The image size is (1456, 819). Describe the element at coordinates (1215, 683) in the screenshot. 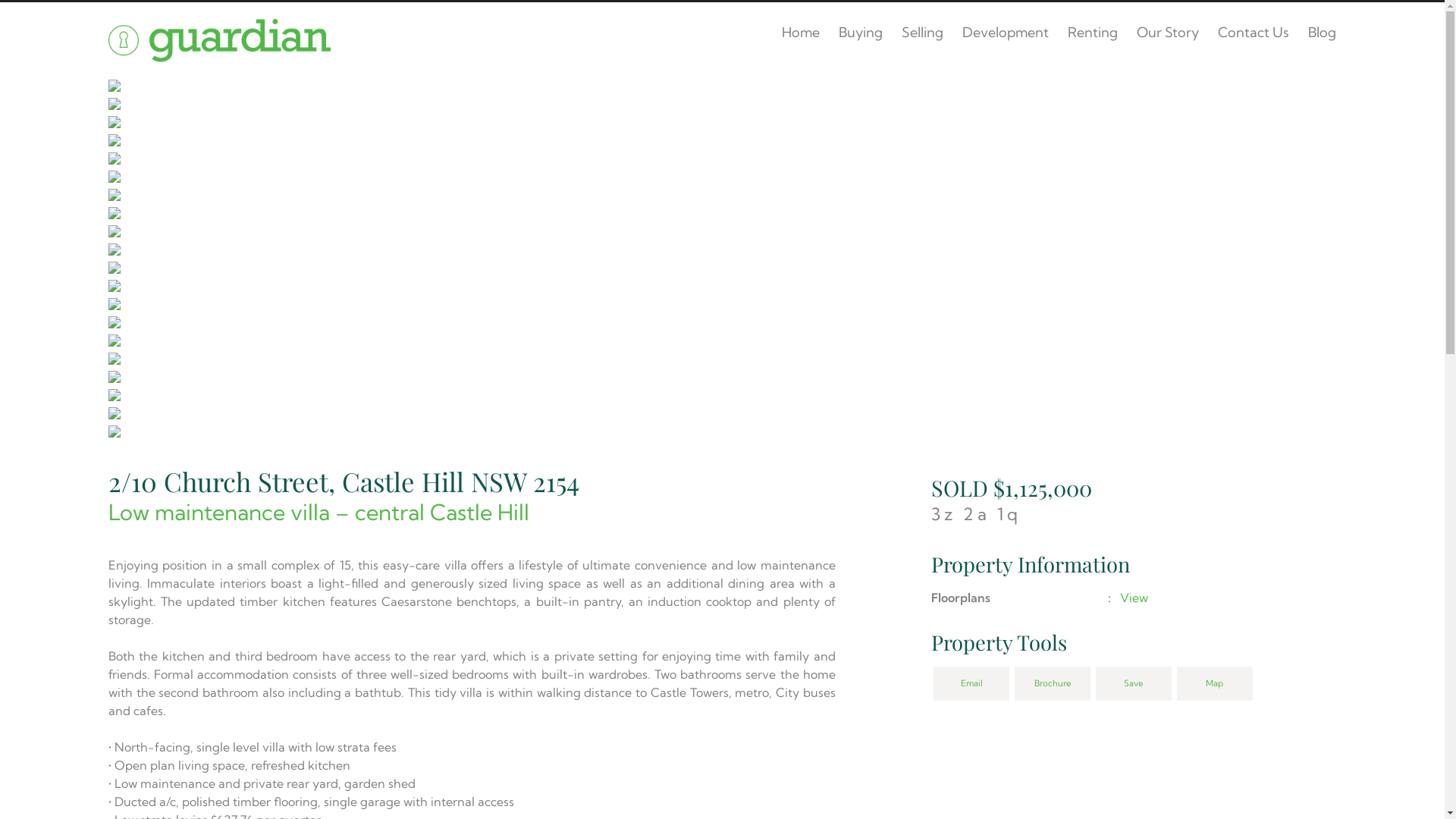

I see `'Map'` at that location.